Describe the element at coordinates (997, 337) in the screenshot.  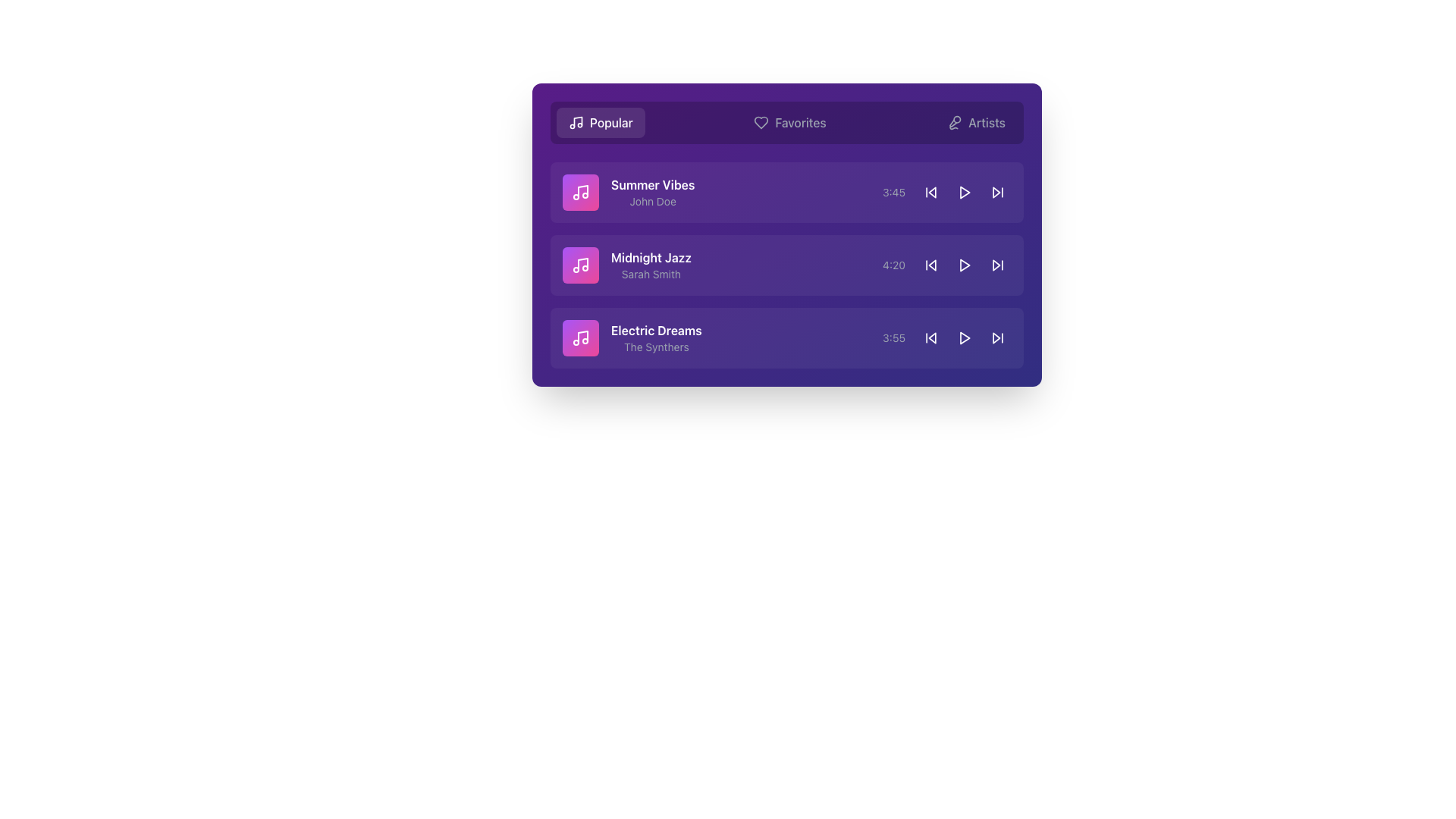
I see `the skip icon button located at the far-right of the bottom row in the music player interface` at that location.